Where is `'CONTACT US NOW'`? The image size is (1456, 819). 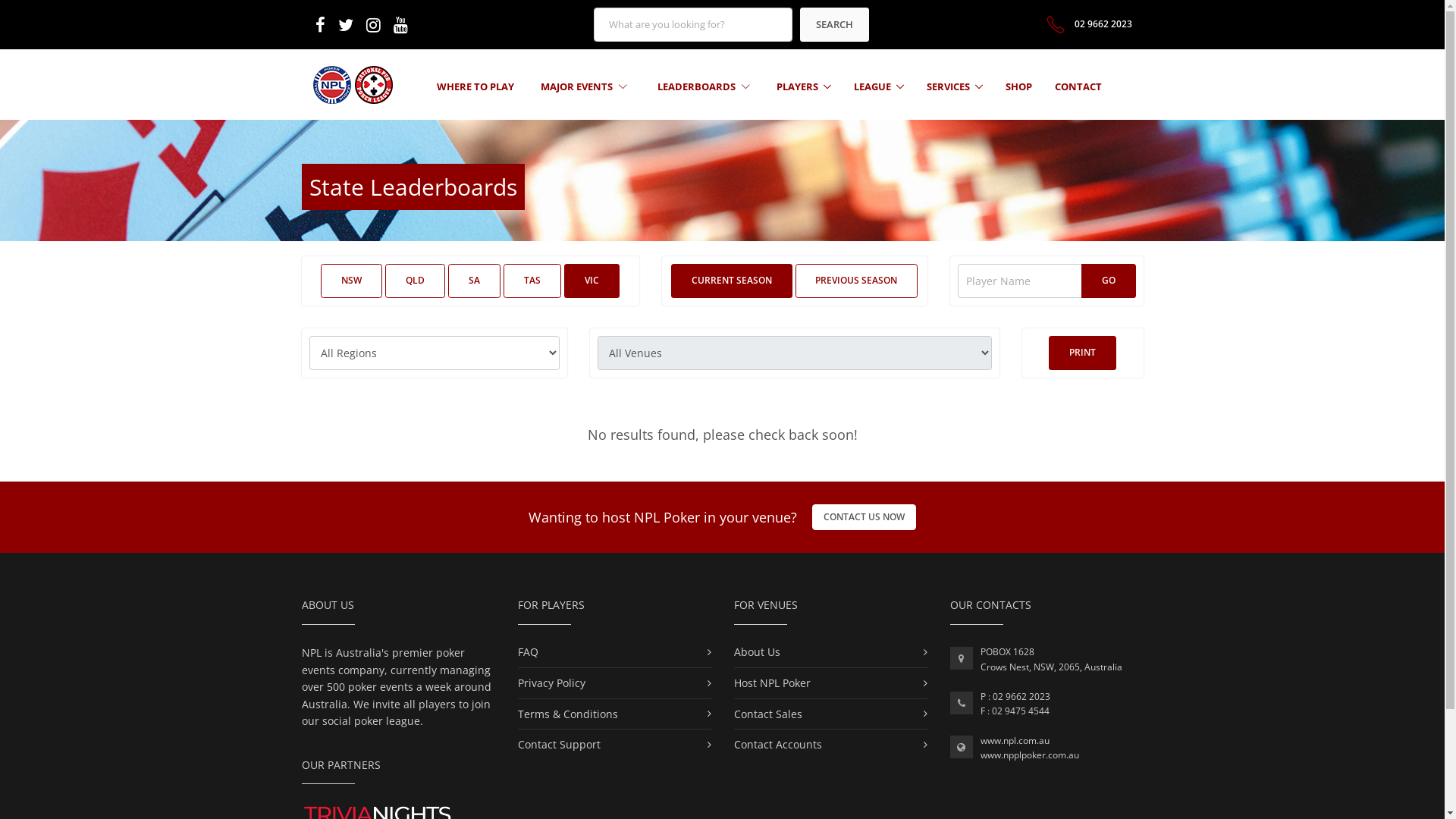 'CONTACT US NOW' is located at coordinates (864, 516).